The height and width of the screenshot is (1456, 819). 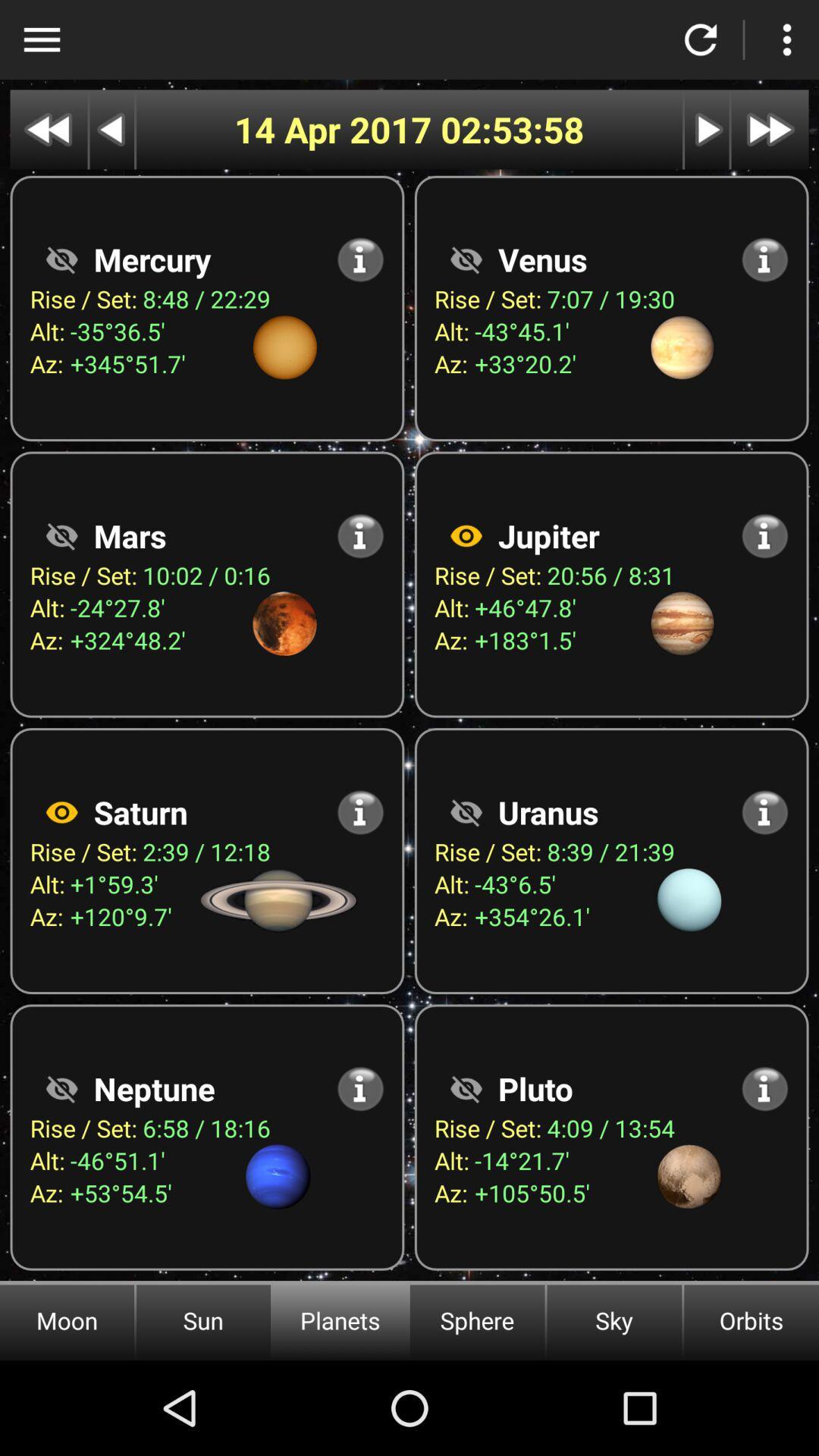 I want to click on visibility, so click(x=61, y=535).